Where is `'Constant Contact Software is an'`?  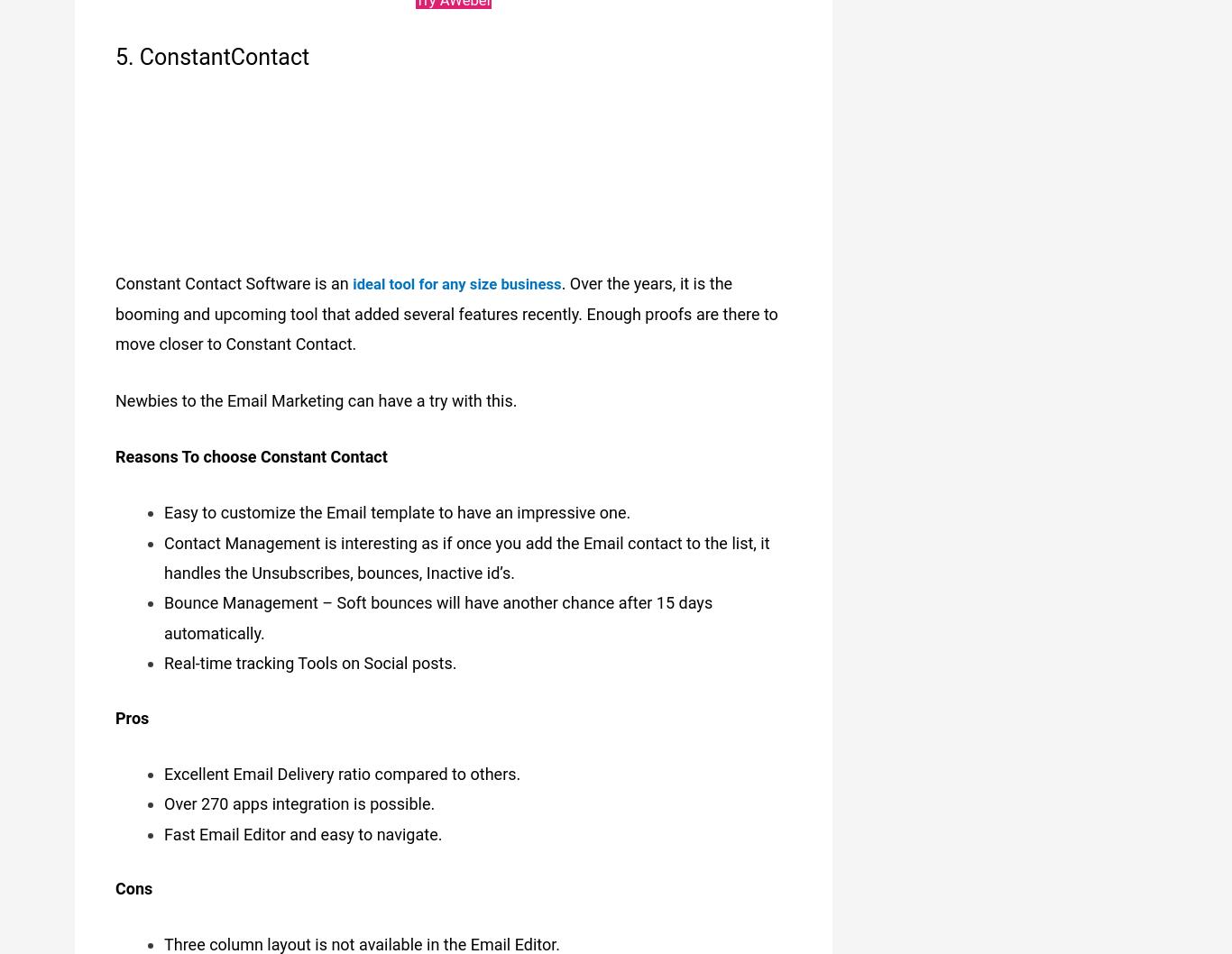 'Constant Contact Software is an' is located at coordinates (234, 273).